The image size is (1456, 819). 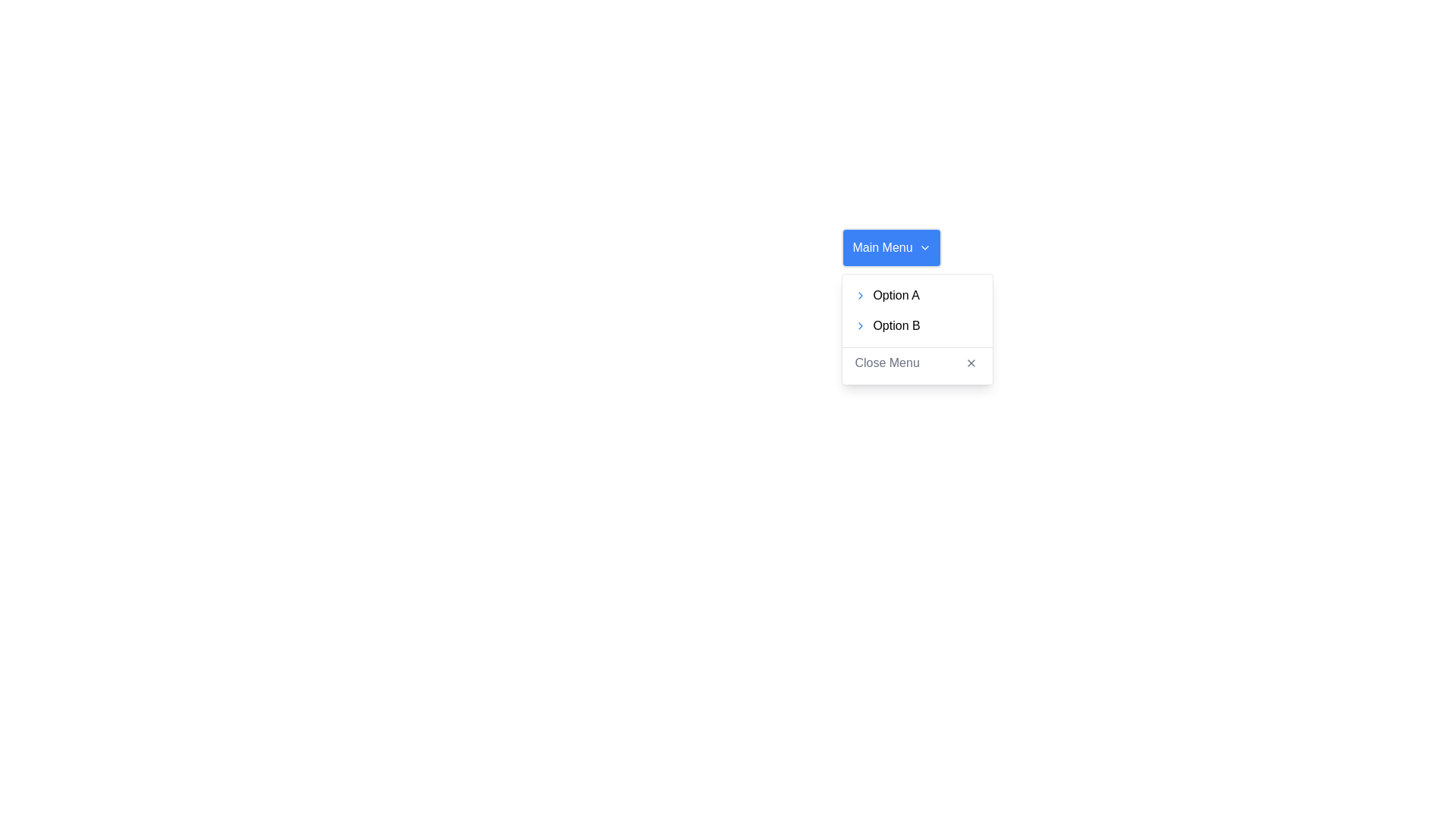 I want to click on the dropdown menu option labeled 'Option B', so click(x=917, y=328).